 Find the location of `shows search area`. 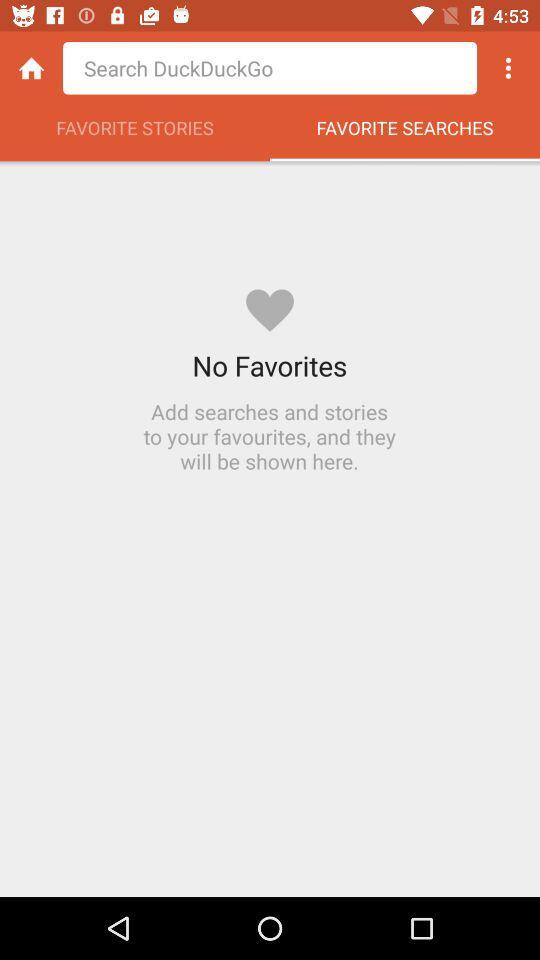

shows search area is located at coordinates (270, 68).